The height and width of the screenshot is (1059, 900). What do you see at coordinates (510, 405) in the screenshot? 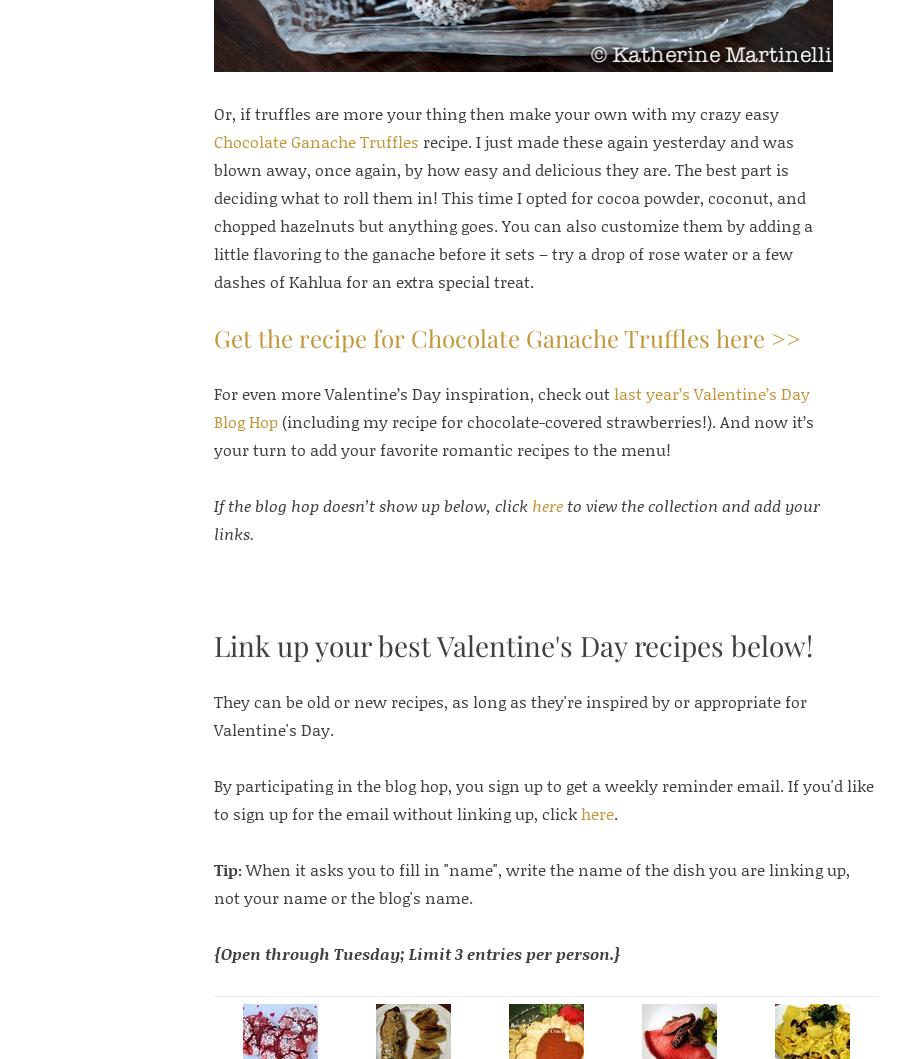
I see `'last year’s Valentine’s Day Blog Hop'` at bounding box center [510, 405].